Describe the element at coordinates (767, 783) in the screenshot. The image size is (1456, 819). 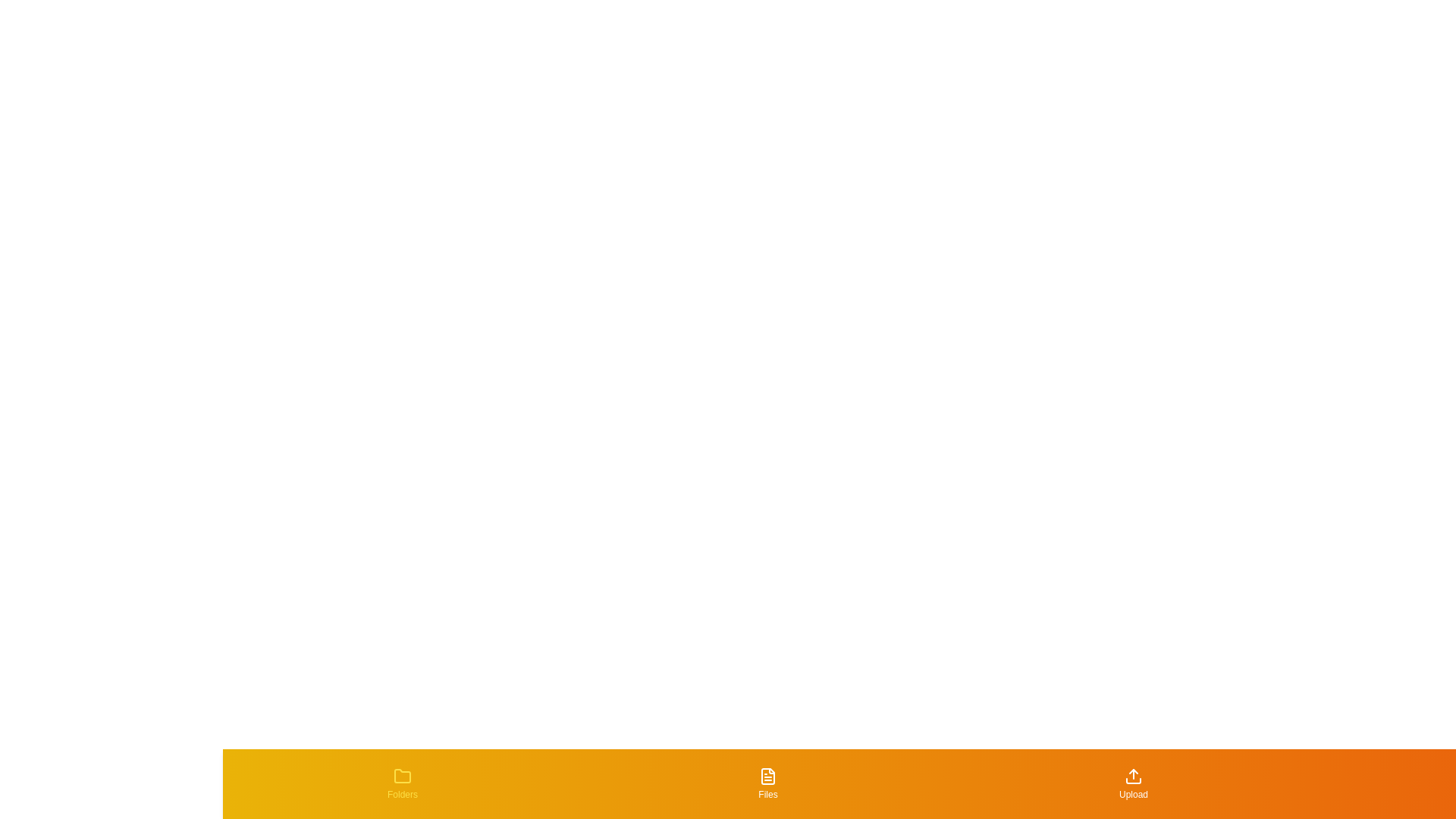
I see `the Files tab to navigate to its section` at that location.